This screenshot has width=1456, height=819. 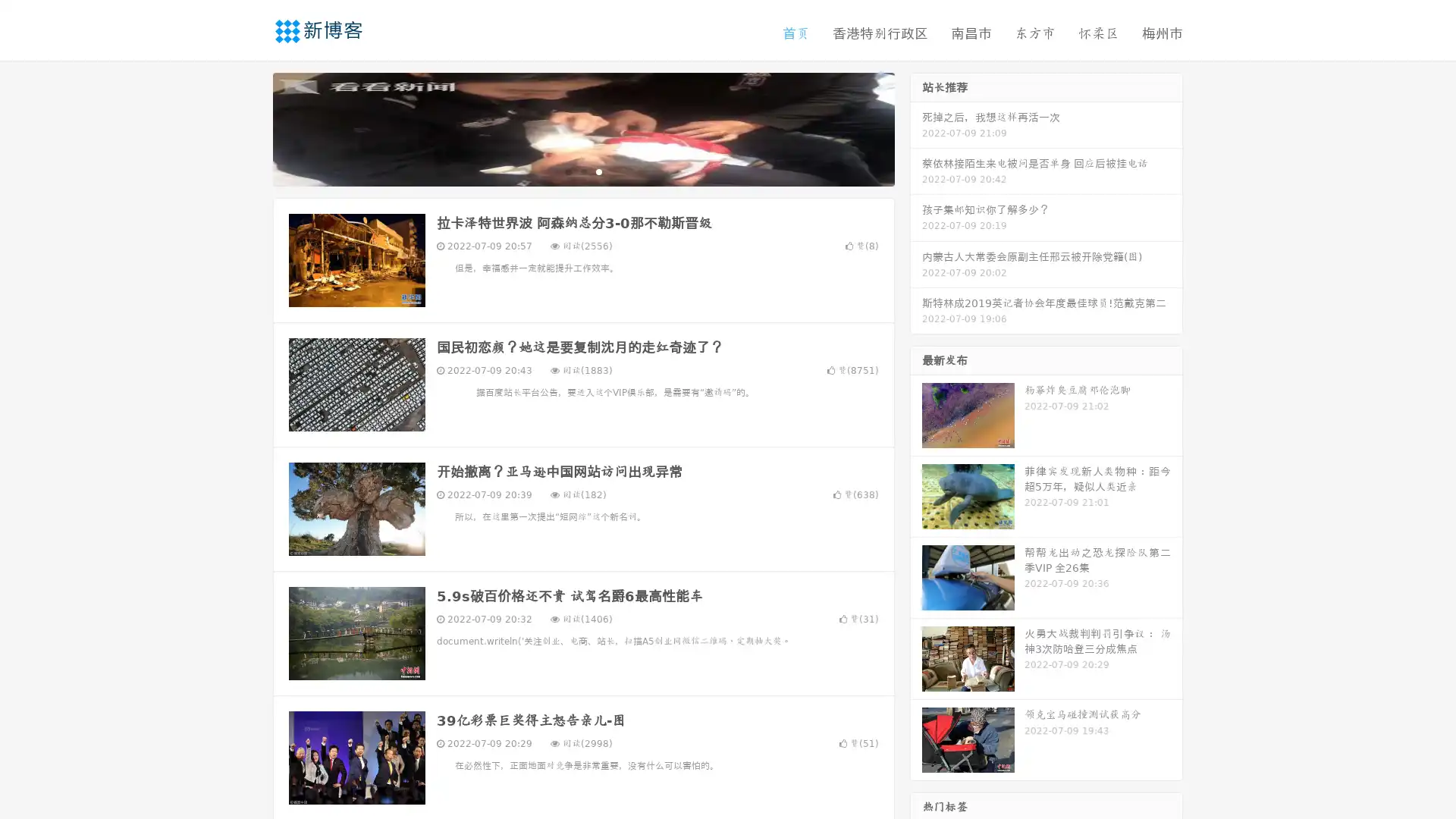 What do you see at coordinates (567, 171) in the screenshot?
I see `Go to slide 1` at bounding box center [567, 171].